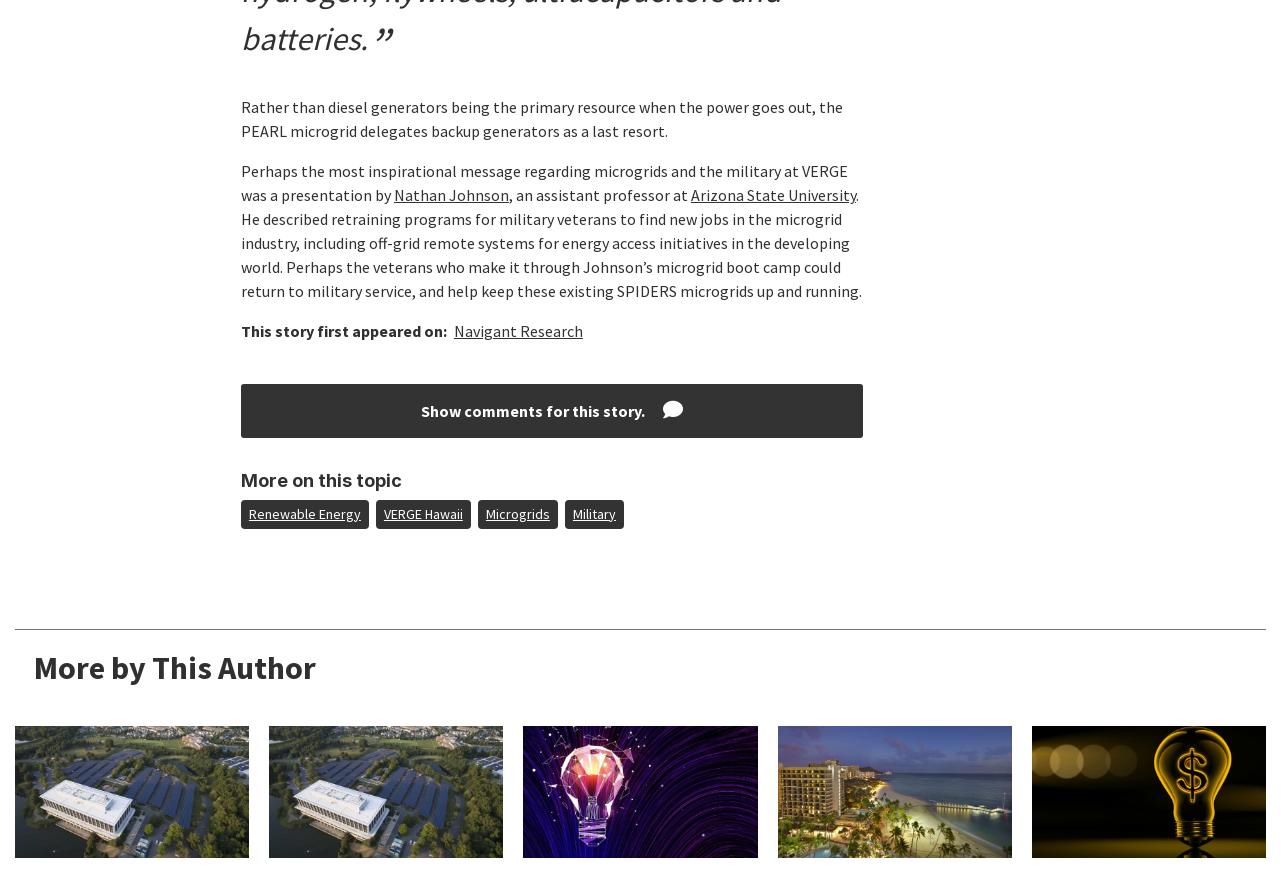  I want to click on 'Rather than diesel generators being the primary resource when the power goes out, the PEARL microgrid delegates backup generators as a last resort.', so click(539, 119).